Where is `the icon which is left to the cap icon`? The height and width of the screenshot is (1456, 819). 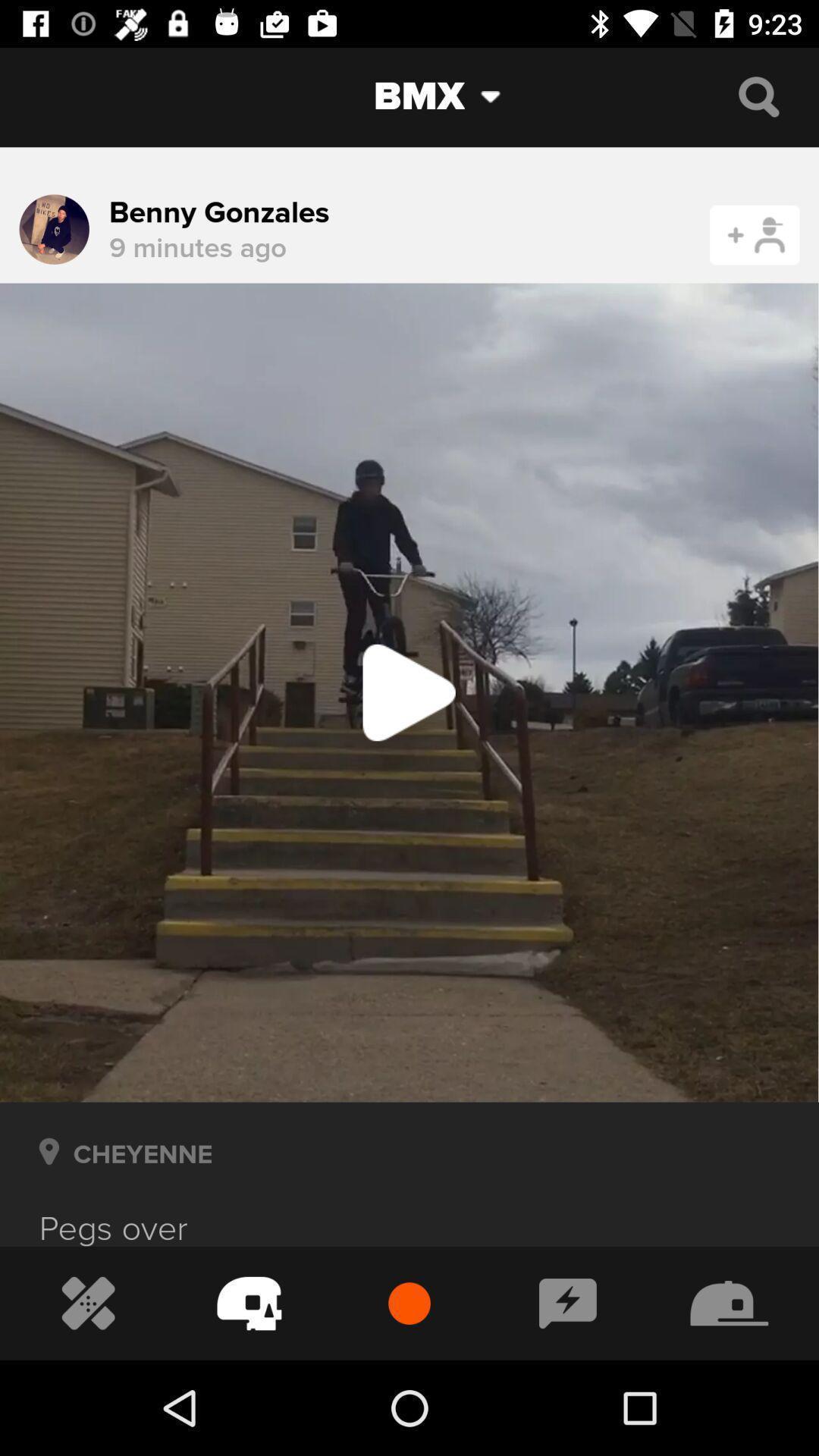
the icon which is left to the cap icon is located at coordinates (568, 1303).